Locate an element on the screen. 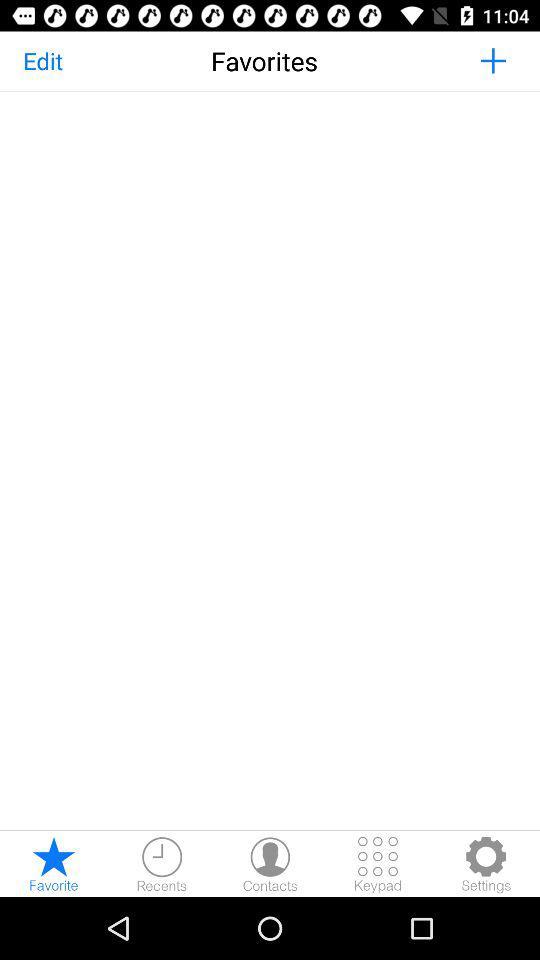 Image resolution: width=540 pixels, height=960 pixels. show favorites is located at coordinates (54, 863).